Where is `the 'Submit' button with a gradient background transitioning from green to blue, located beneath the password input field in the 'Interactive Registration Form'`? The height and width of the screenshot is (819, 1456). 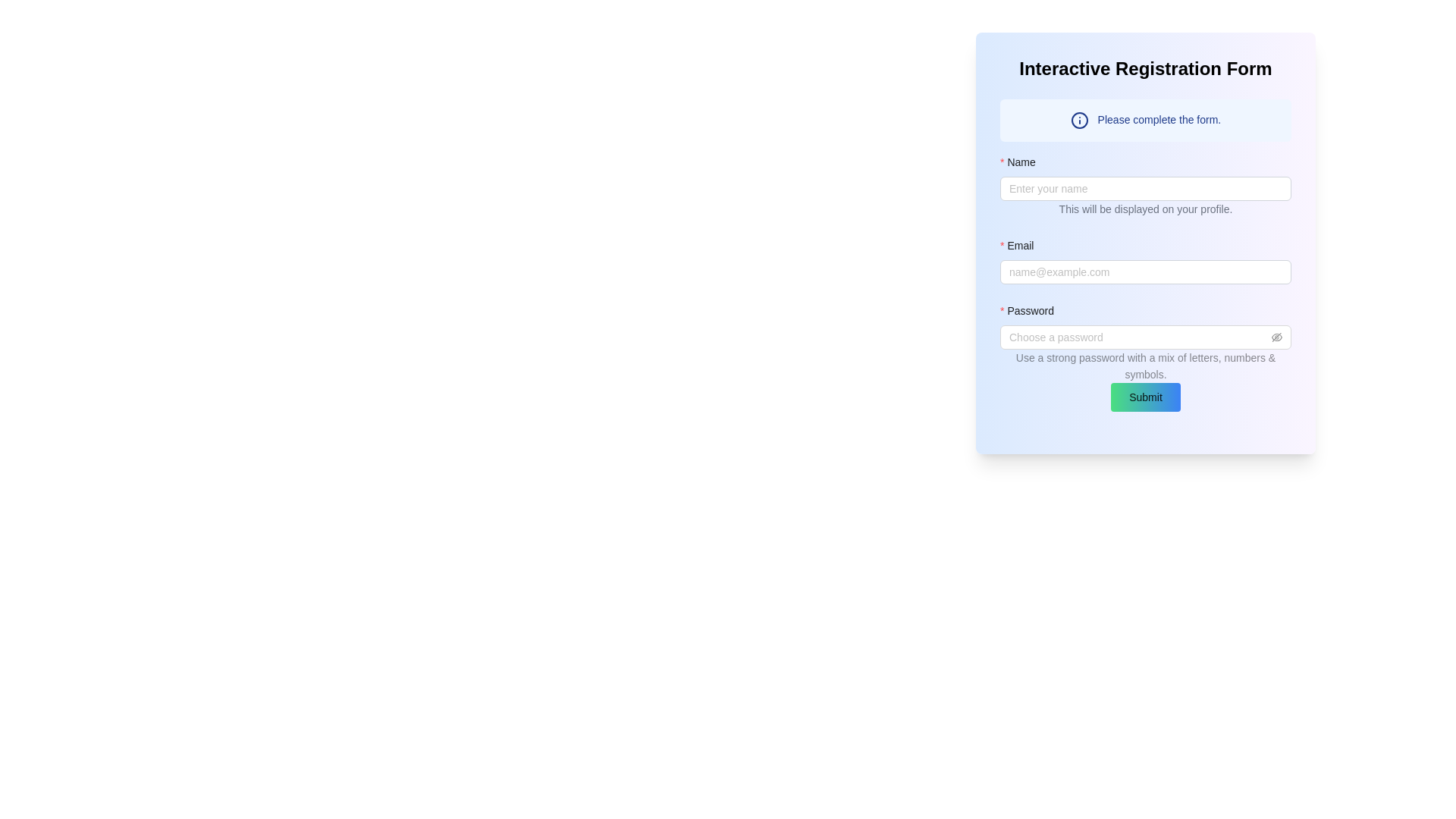 the 'Submit' button with a gradient background transitioning from green to blue, located beneath the password input field in the 'Interactive Registration Form' is located at coordinates (1146, 397).